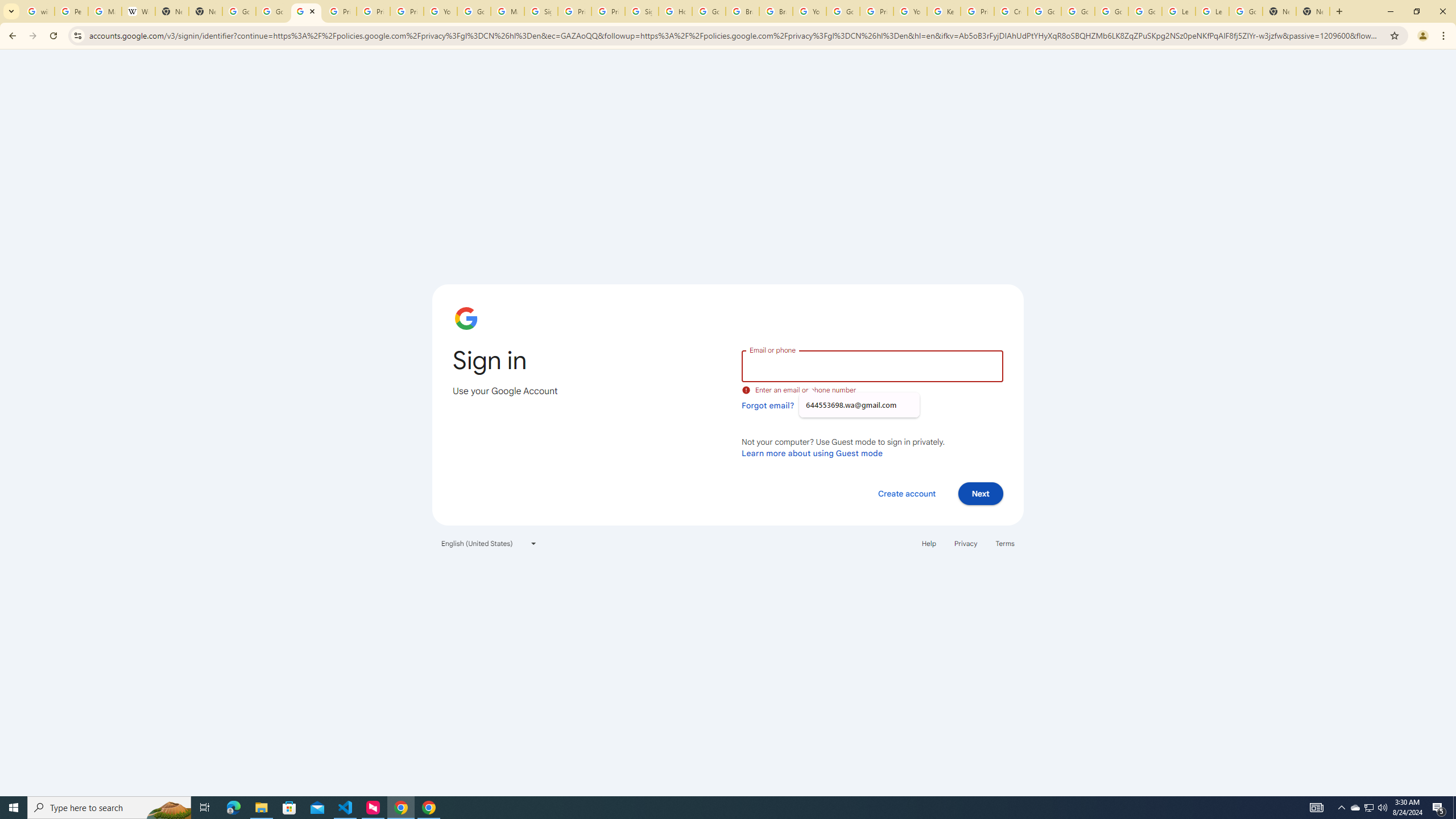  Describe the element at coordinates (1313, 11) in the screenshot. I see `'New Tab'` at that location.